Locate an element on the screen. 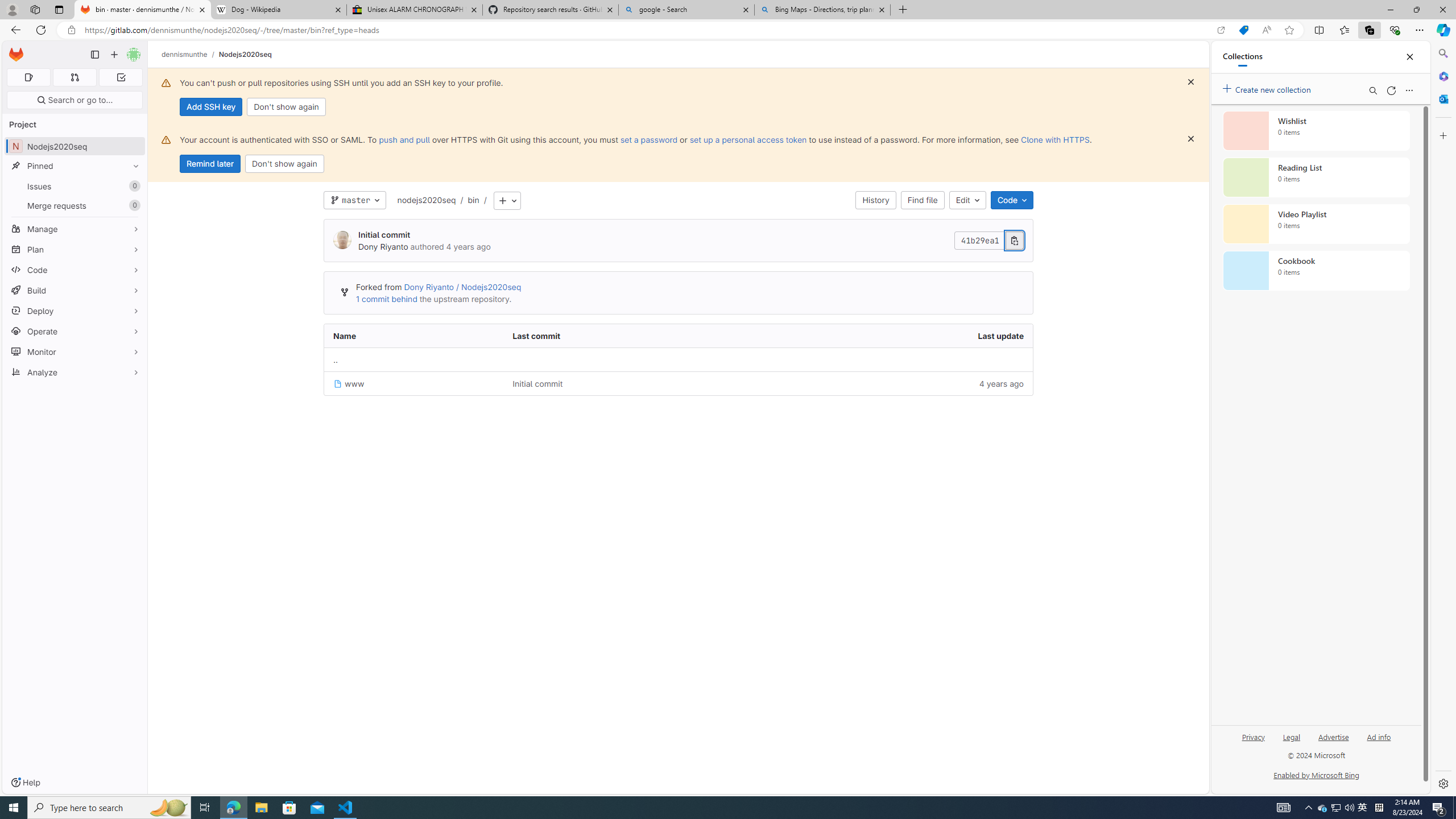  'Dony Riyanto' is located at coordinates (341, 239).